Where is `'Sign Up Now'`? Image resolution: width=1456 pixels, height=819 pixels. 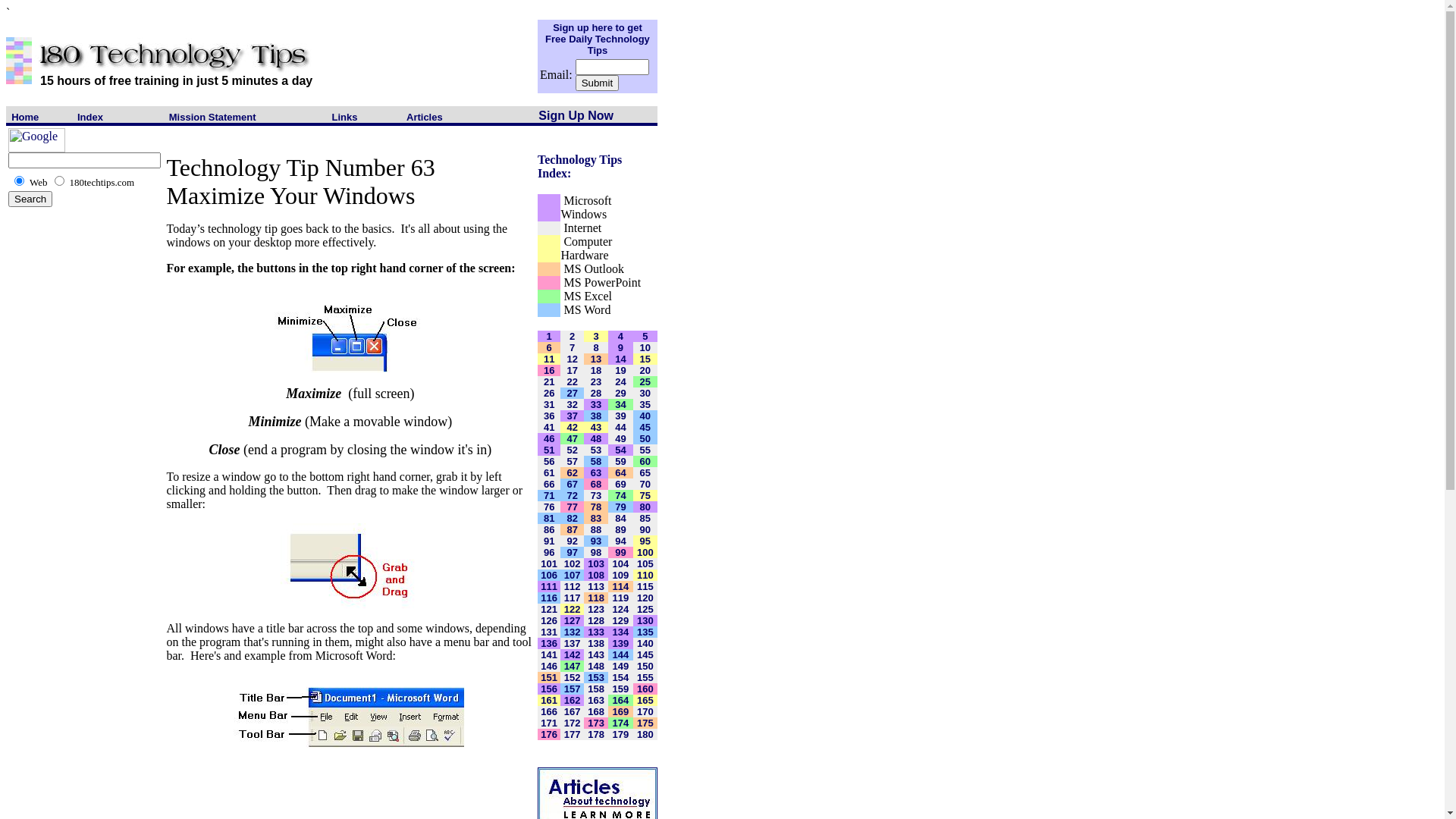
'Sign Up Now' is located at coordinates (538, 115).